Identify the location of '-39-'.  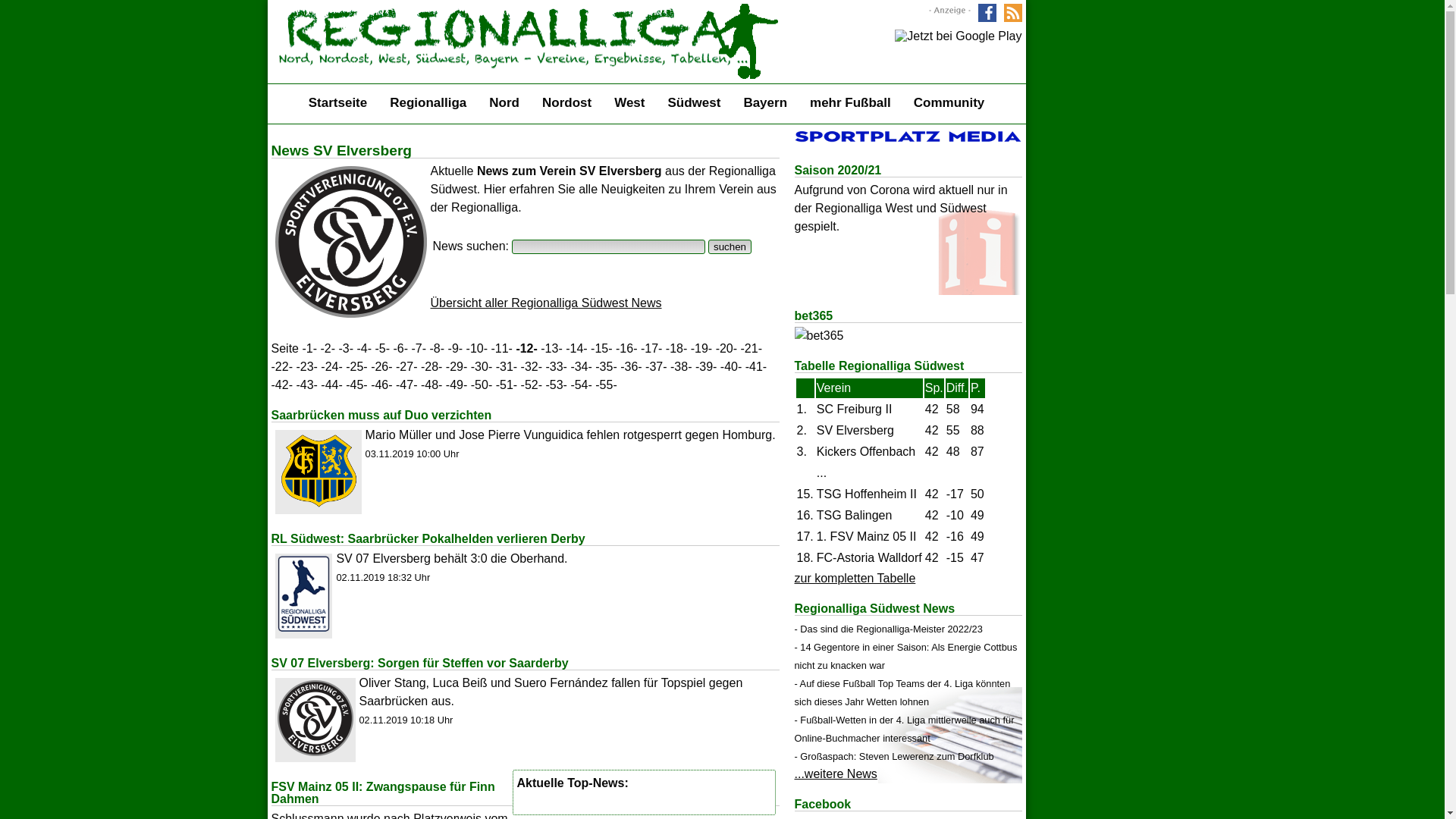
(694, 366).